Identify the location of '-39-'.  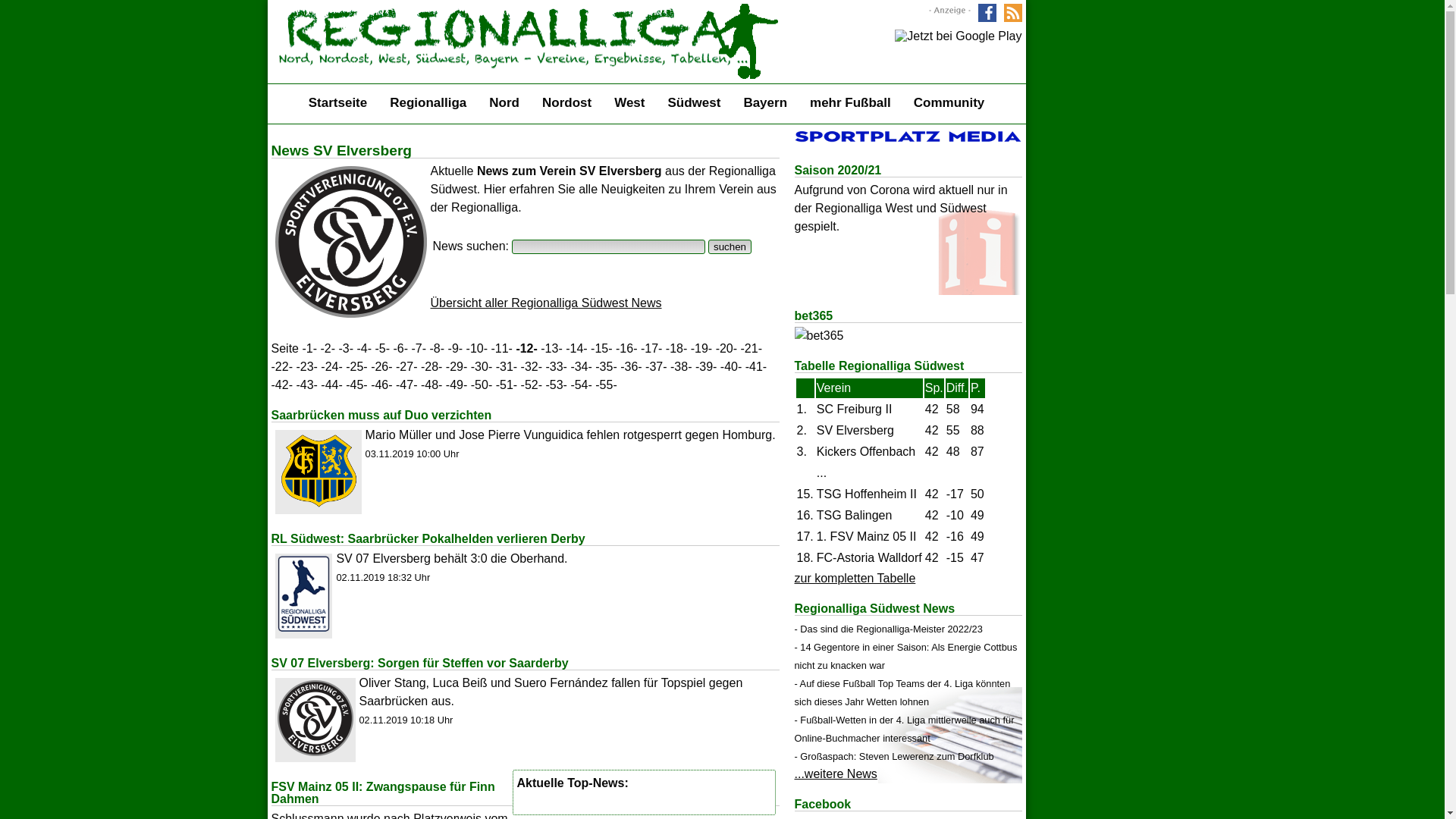
(694, 366).